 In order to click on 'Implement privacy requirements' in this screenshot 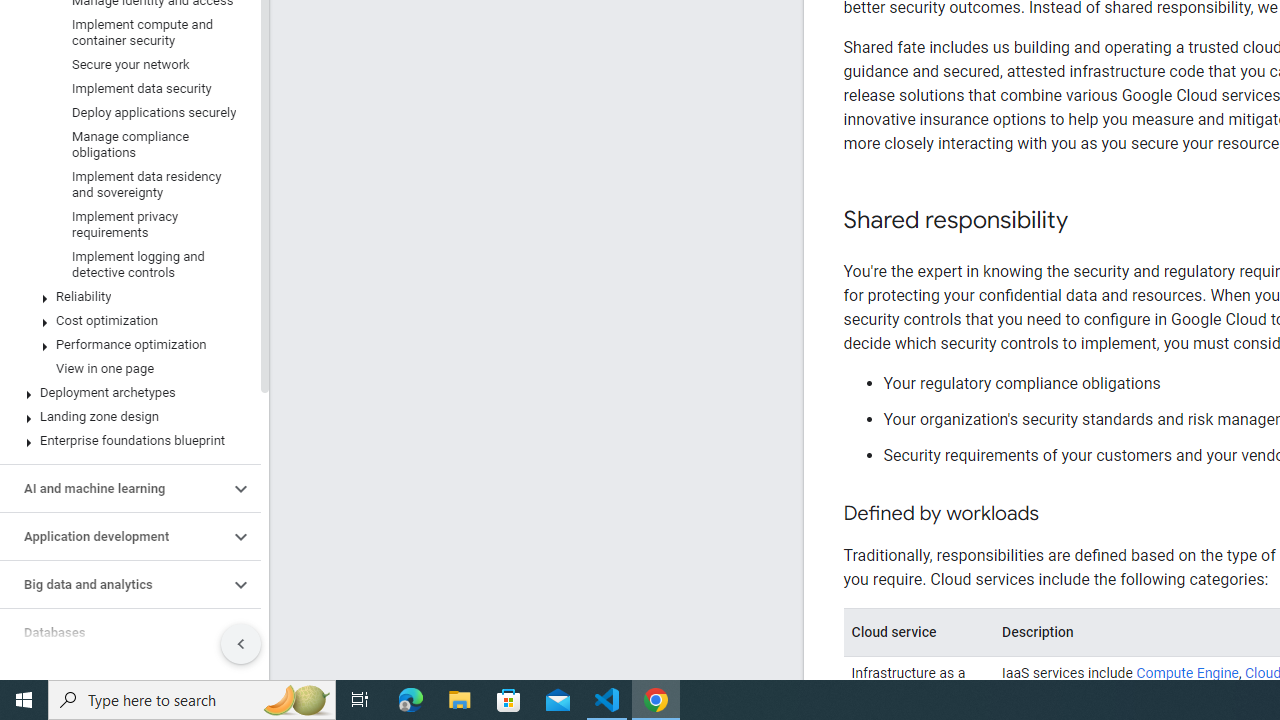, I will do `click(125, 225)`.